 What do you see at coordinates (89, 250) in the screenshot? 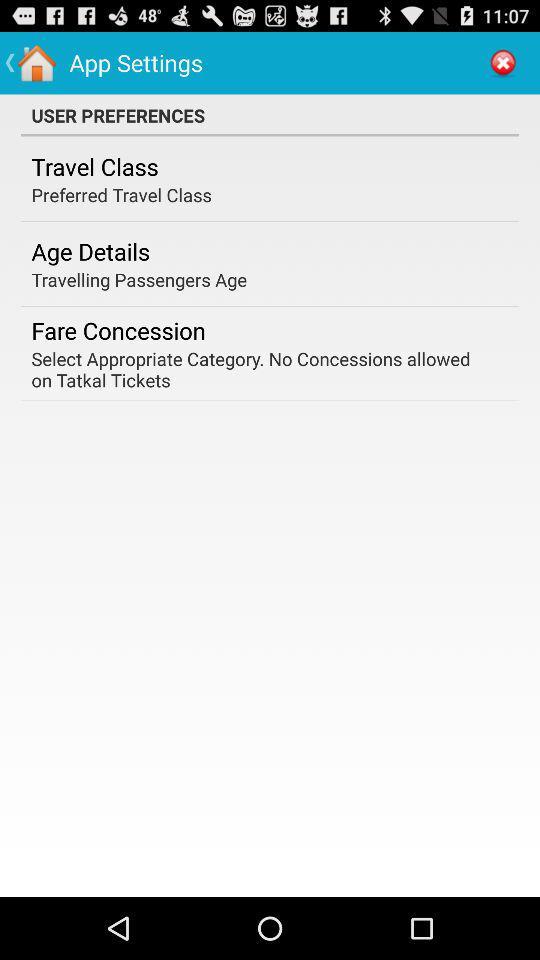
I see `age details item` at bounding box center [89, 250].